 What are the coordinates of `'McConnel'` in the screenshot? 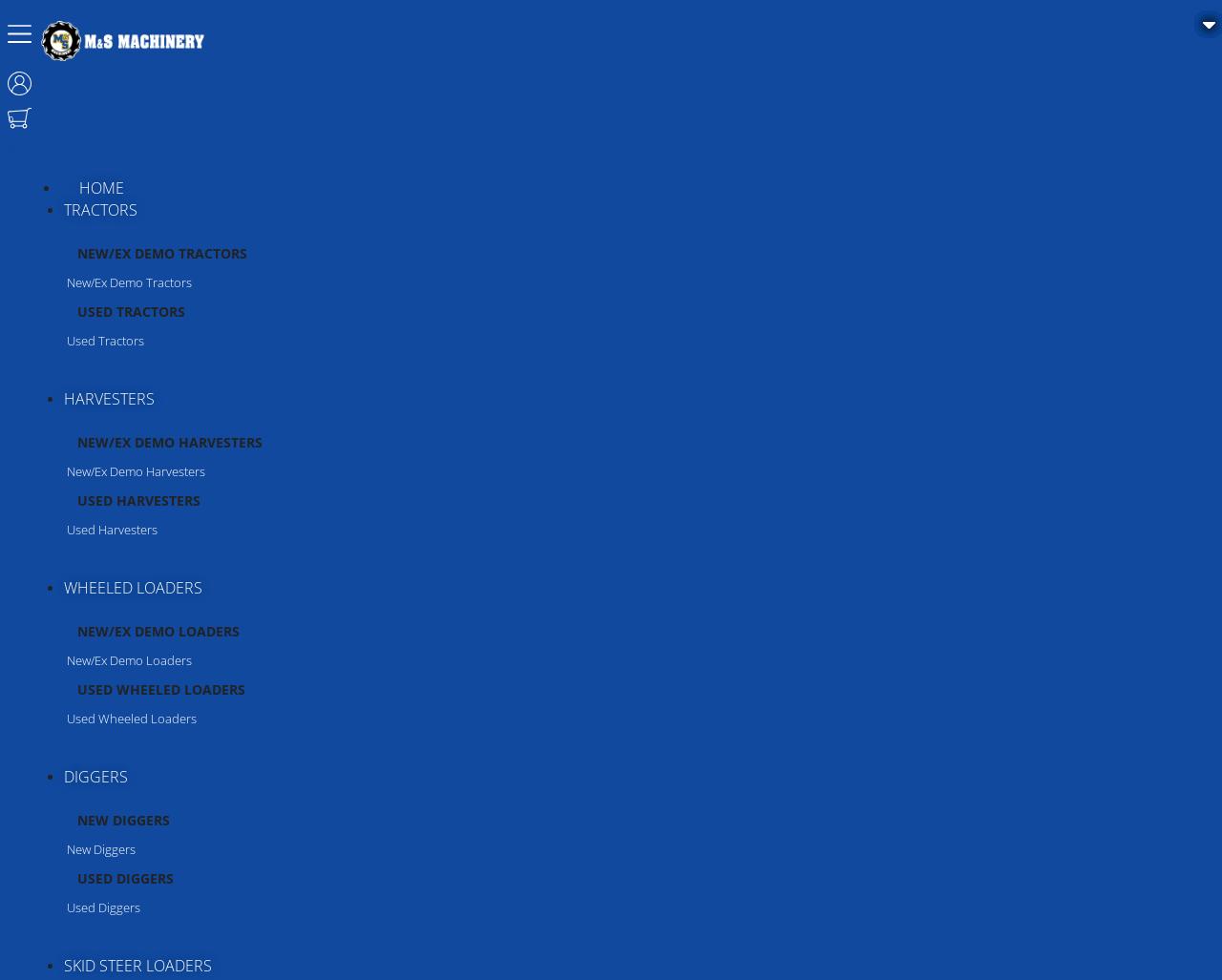 It's located at (96, 698).